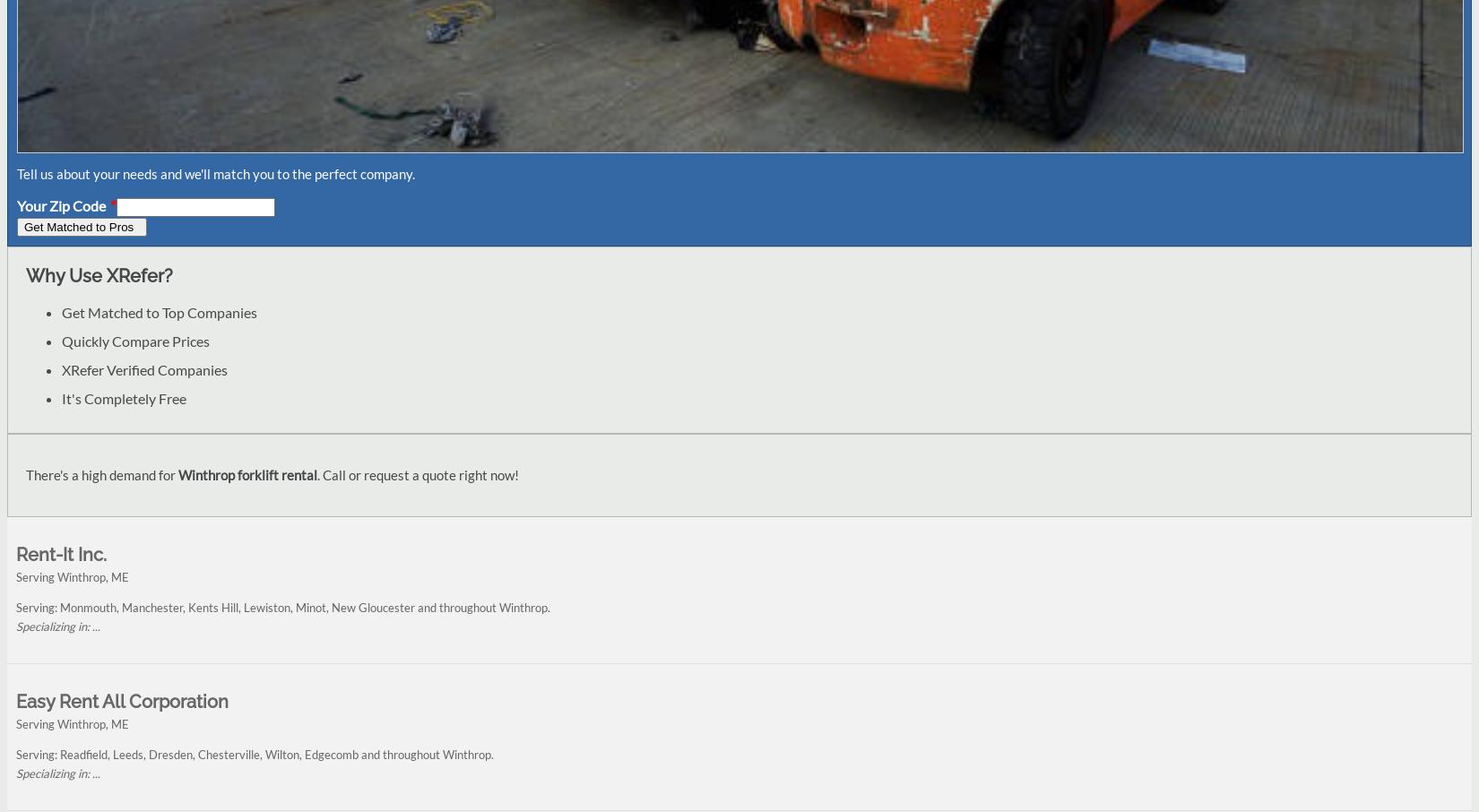 The height and width of the screenshot is (812, 1479). Describe the element at coordinates (111, 205) in the screenshot. I see `'*'` at that location.